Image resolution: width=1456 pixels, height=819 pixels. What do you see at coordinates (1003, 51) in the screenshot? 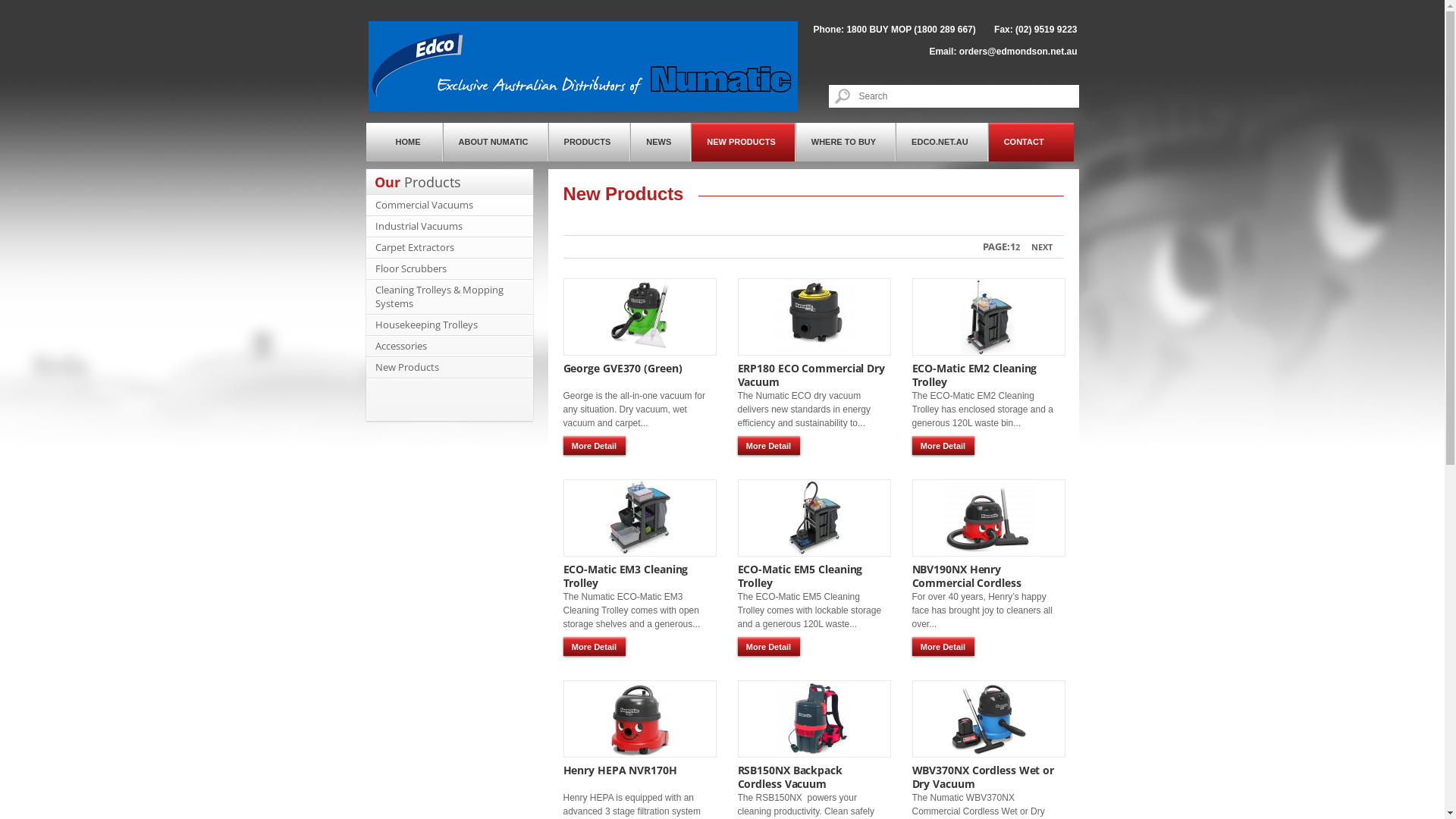
I see `'Email: orders@edmondson.net.au'` at bounding box center [1003, 51].